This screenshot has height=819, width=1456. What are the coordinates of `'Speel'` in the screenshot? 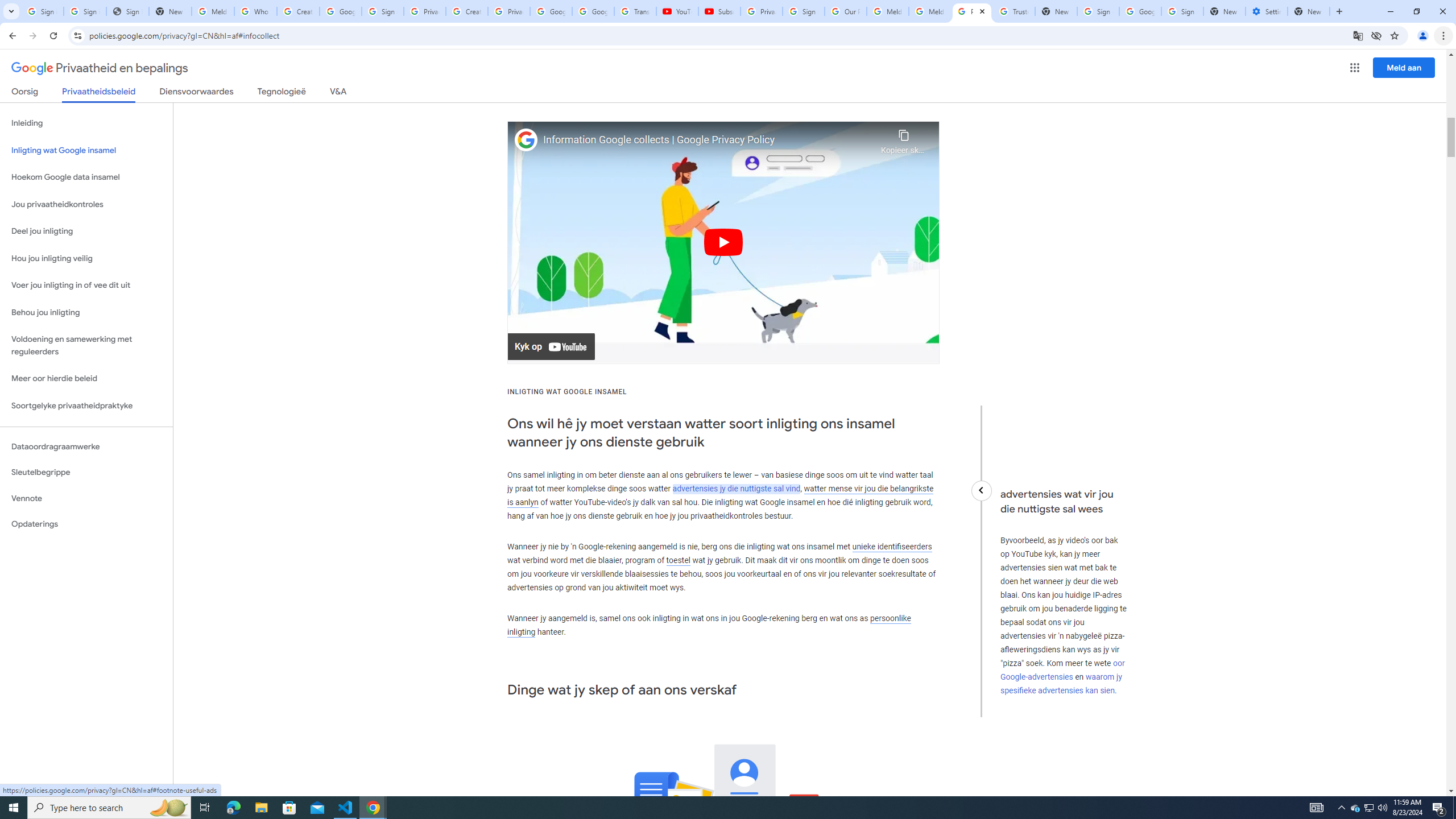 It's located at (723, 242).